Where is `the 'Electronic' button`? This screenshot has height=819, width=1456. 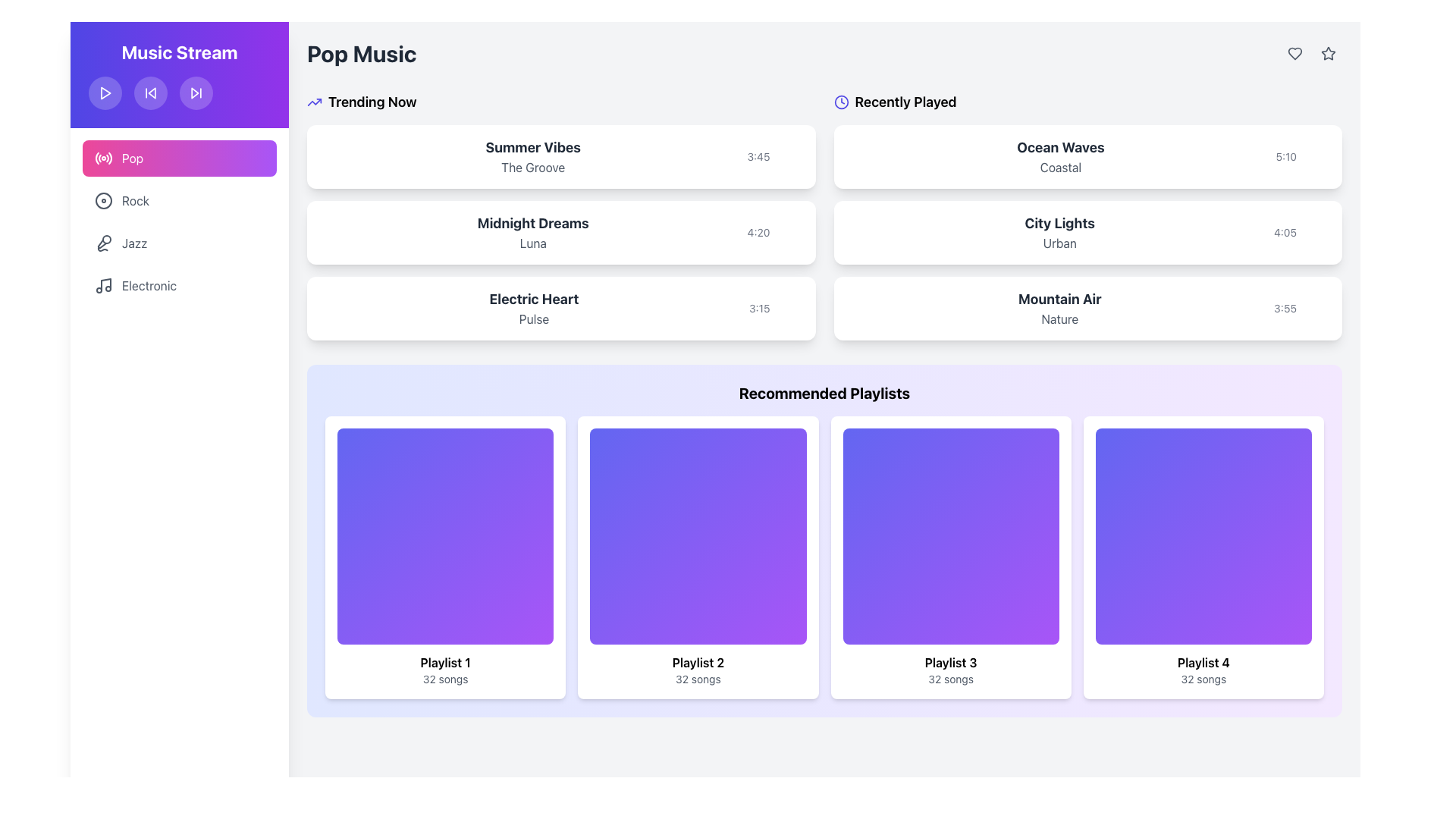 the 'Electronic' button is located at coordinates (179, 286).